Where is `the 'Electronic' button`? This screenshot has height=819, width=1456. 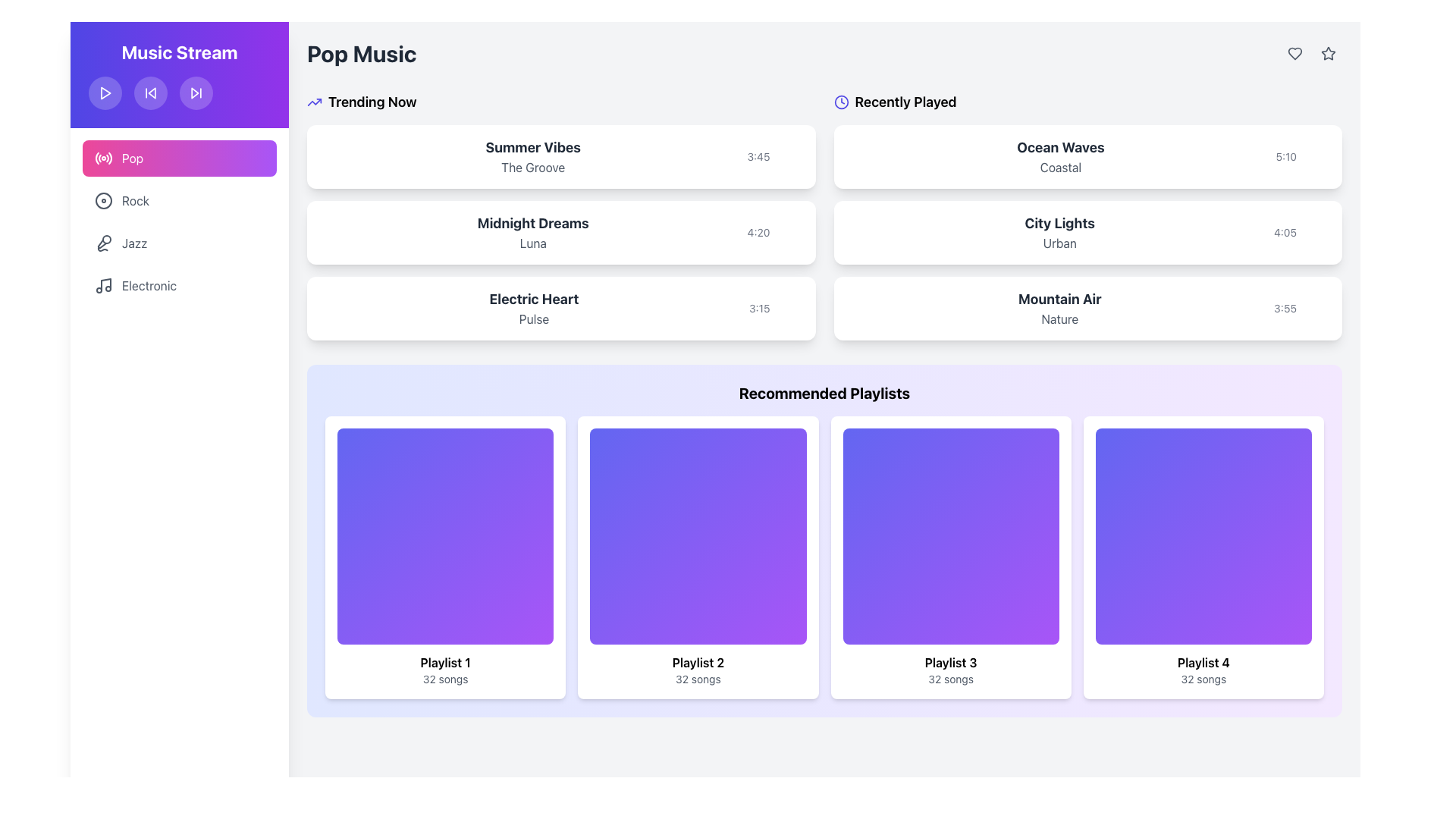 the 'Electronic' button is located at coordinates (179, 286).